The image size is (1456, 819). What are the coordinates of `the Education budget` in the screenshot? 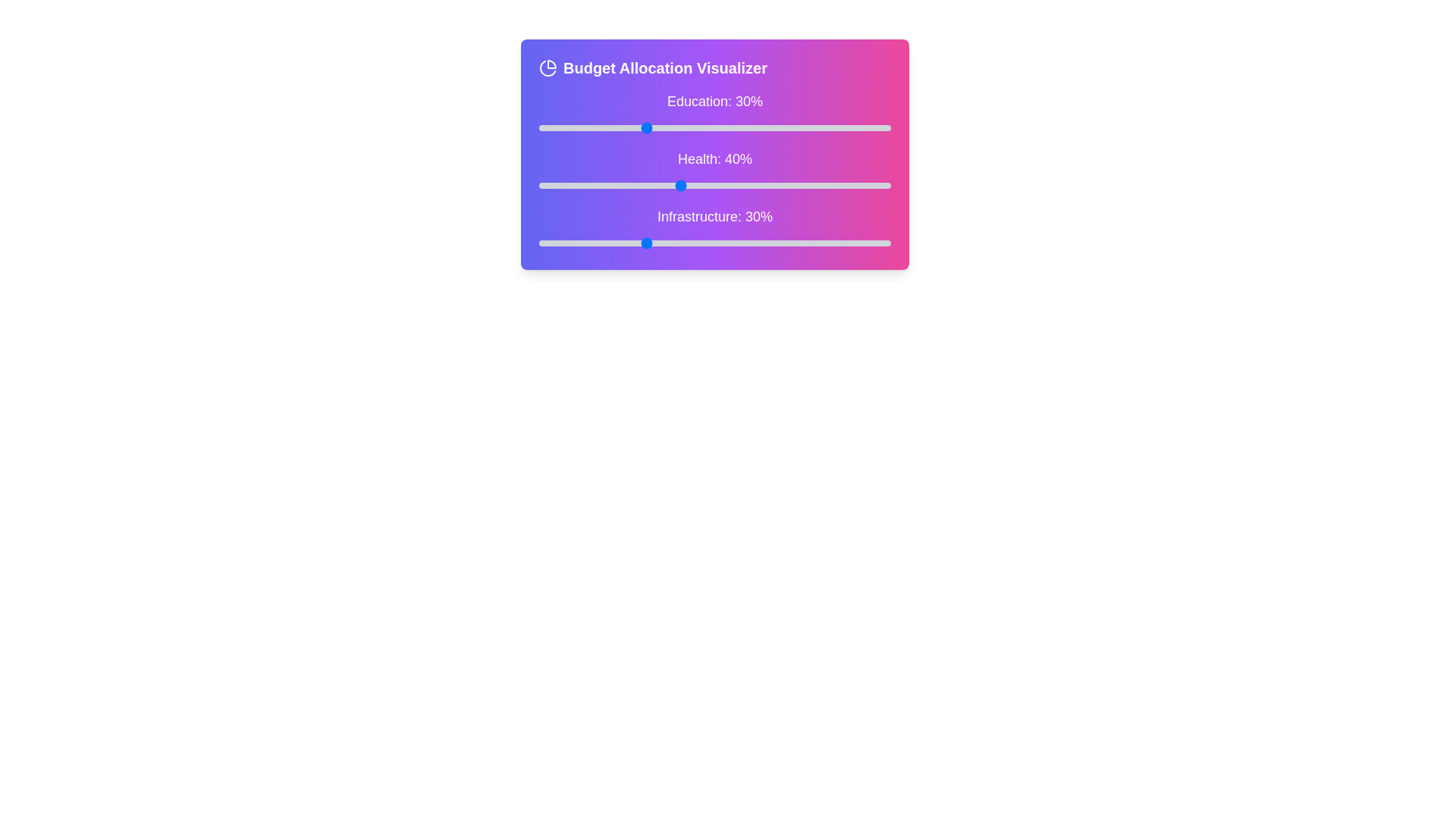 It's located at (862, 127).